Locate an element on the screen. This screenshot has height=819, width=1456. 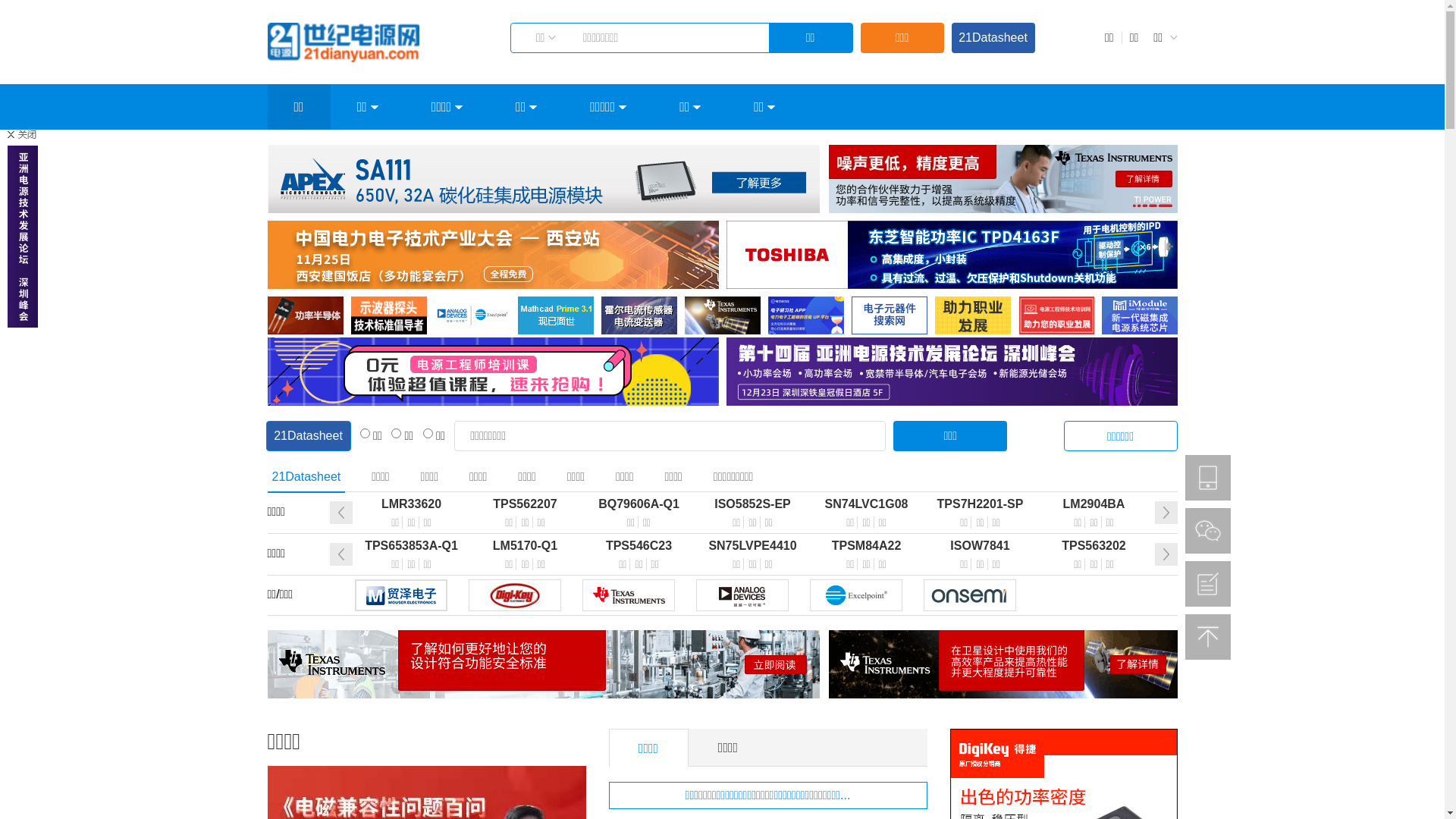
'BQ79606A-Q1' is located at coordinates (639, 504).